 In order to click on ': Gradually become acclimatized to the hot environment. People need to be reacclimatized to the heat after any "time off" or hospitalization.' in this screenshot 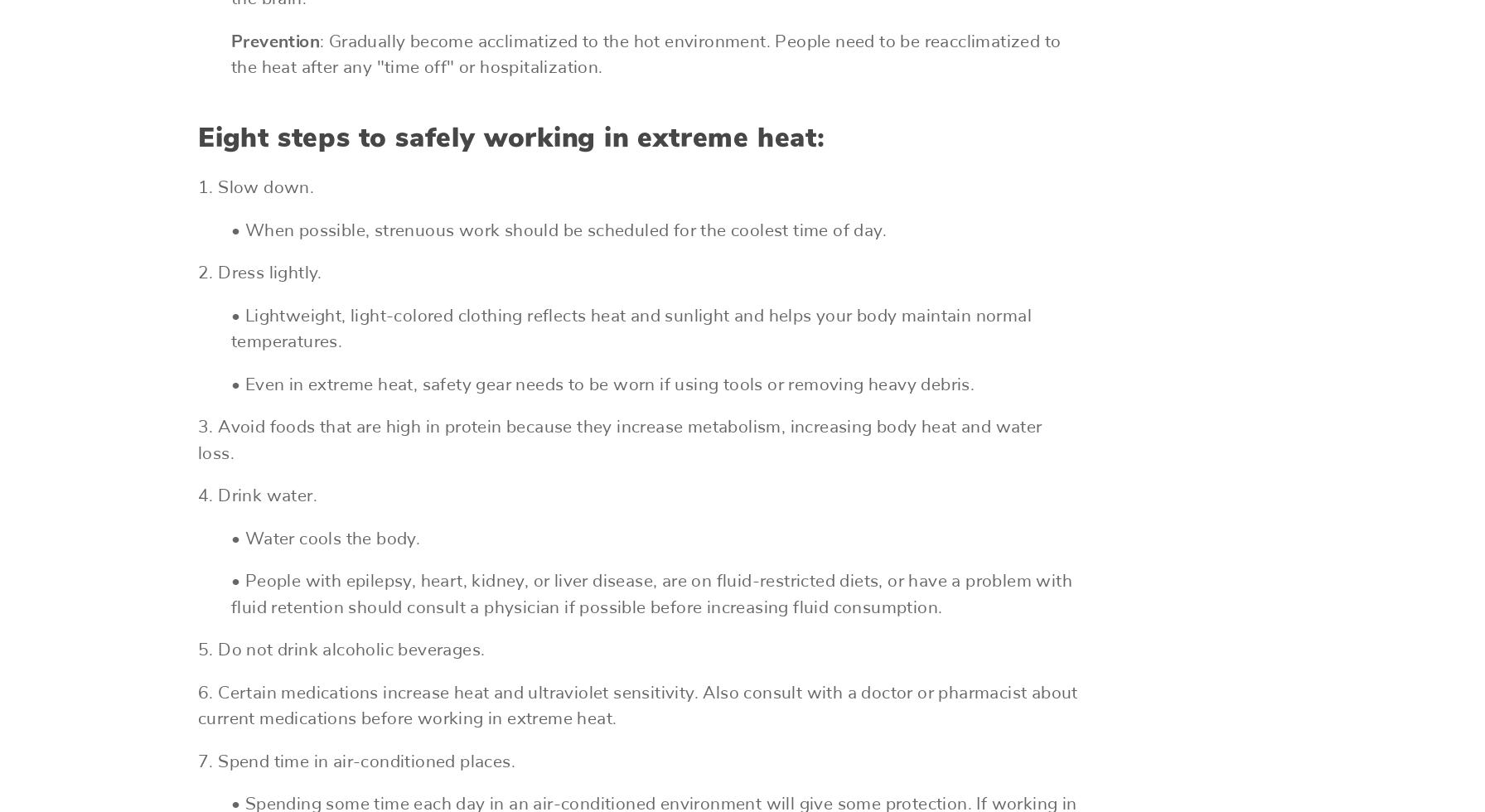, I will do `click(646, 54)`.